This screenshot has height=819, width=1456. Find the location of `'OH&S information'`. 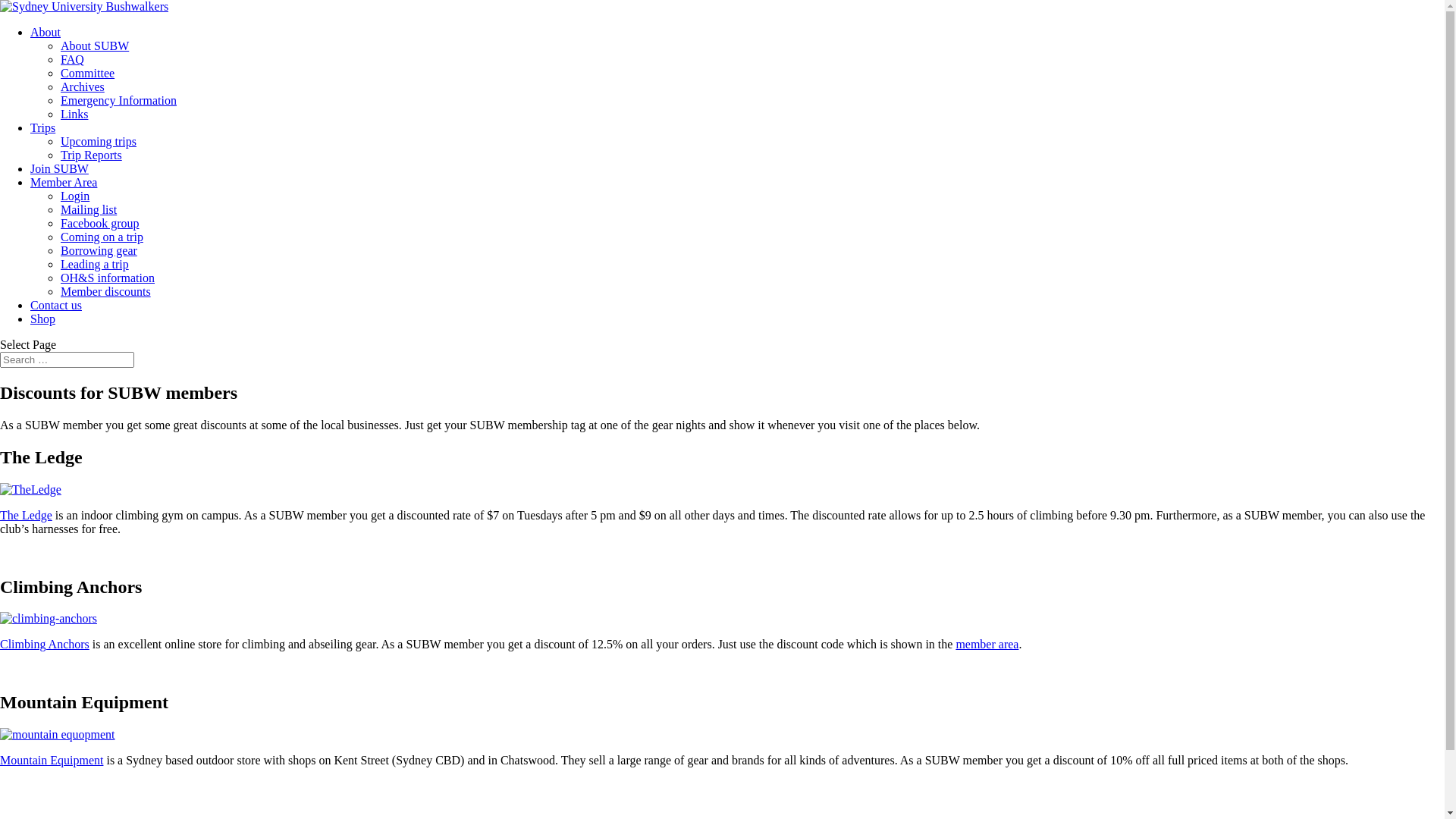

'OH&S information' is located at coordinates (107, 278).